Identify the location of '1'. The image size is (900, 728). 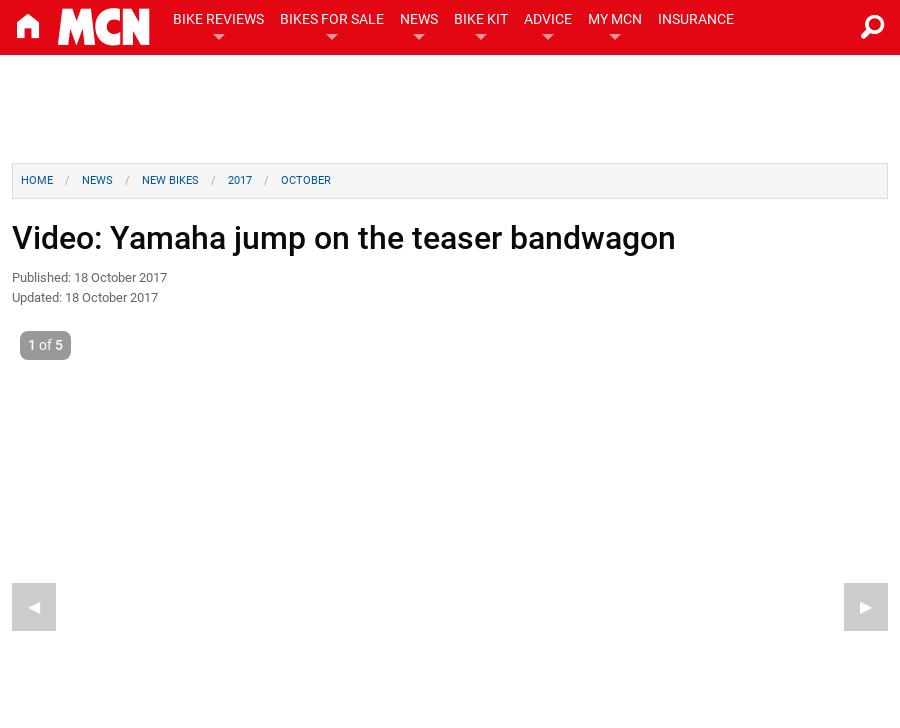
(31, 344).